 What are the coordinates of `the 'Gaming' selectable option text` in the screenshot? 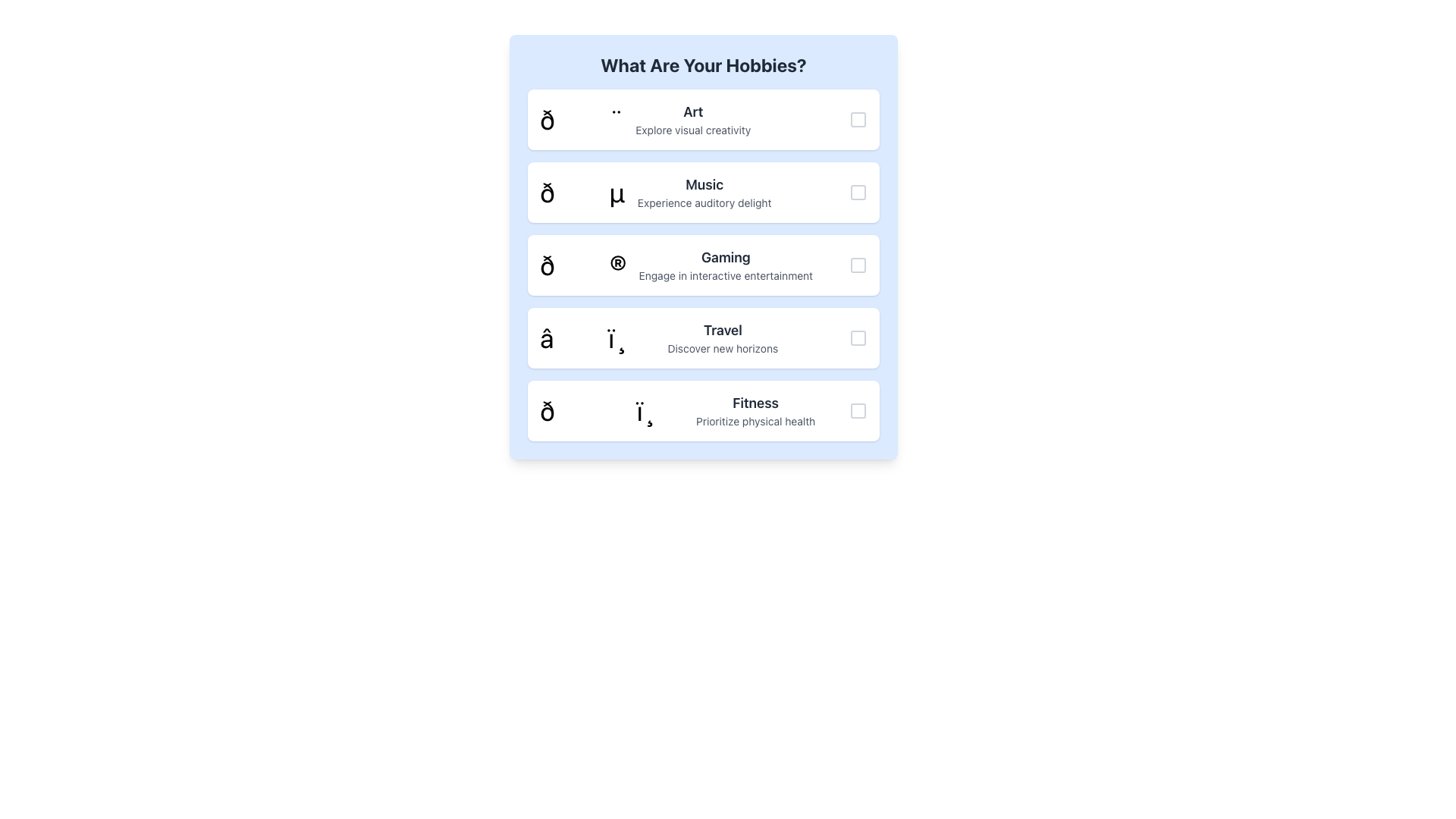 It's located at (702, 265).